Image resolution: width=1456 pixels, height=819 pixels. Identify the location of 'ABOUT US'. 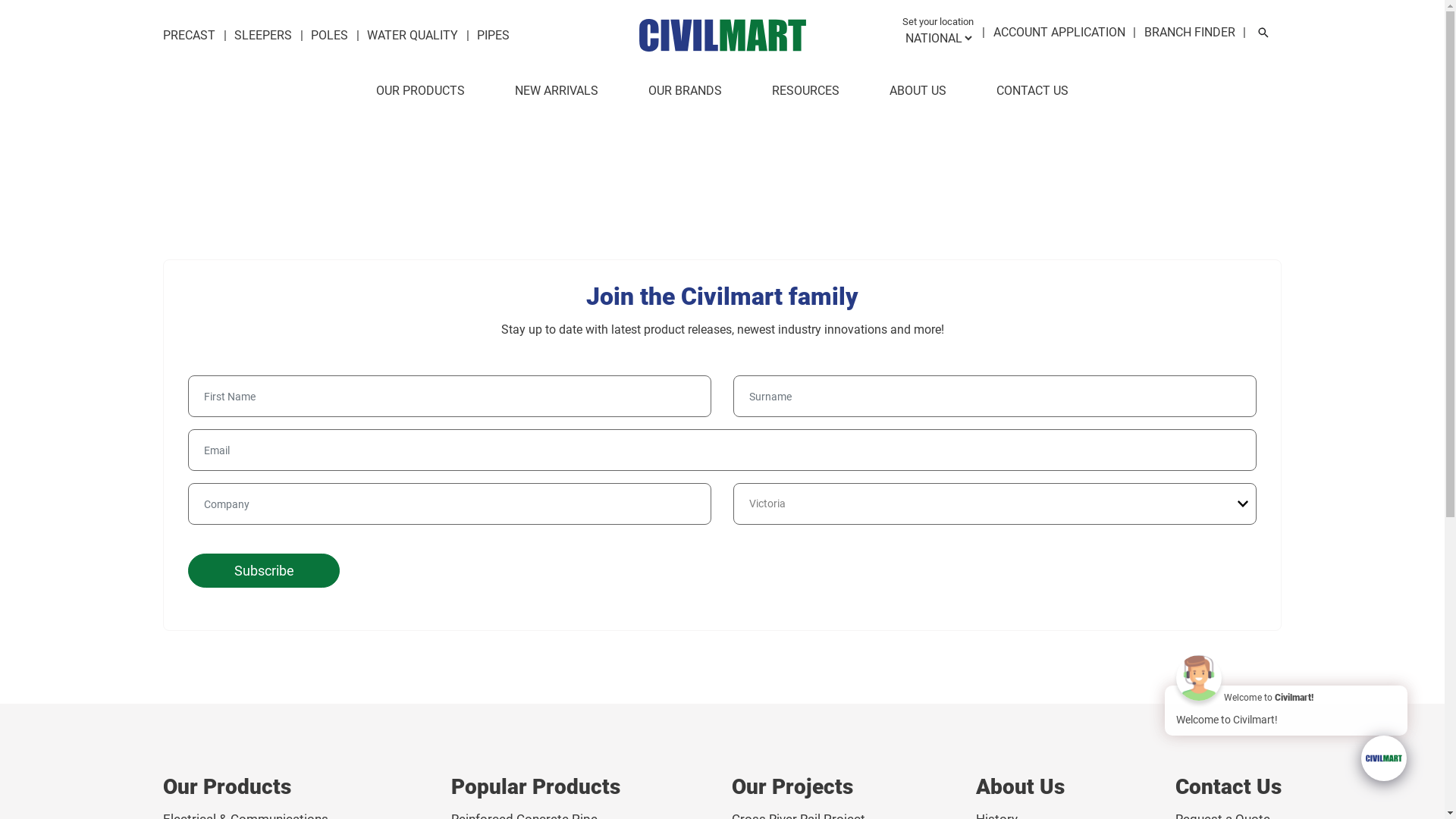
(917, 92).